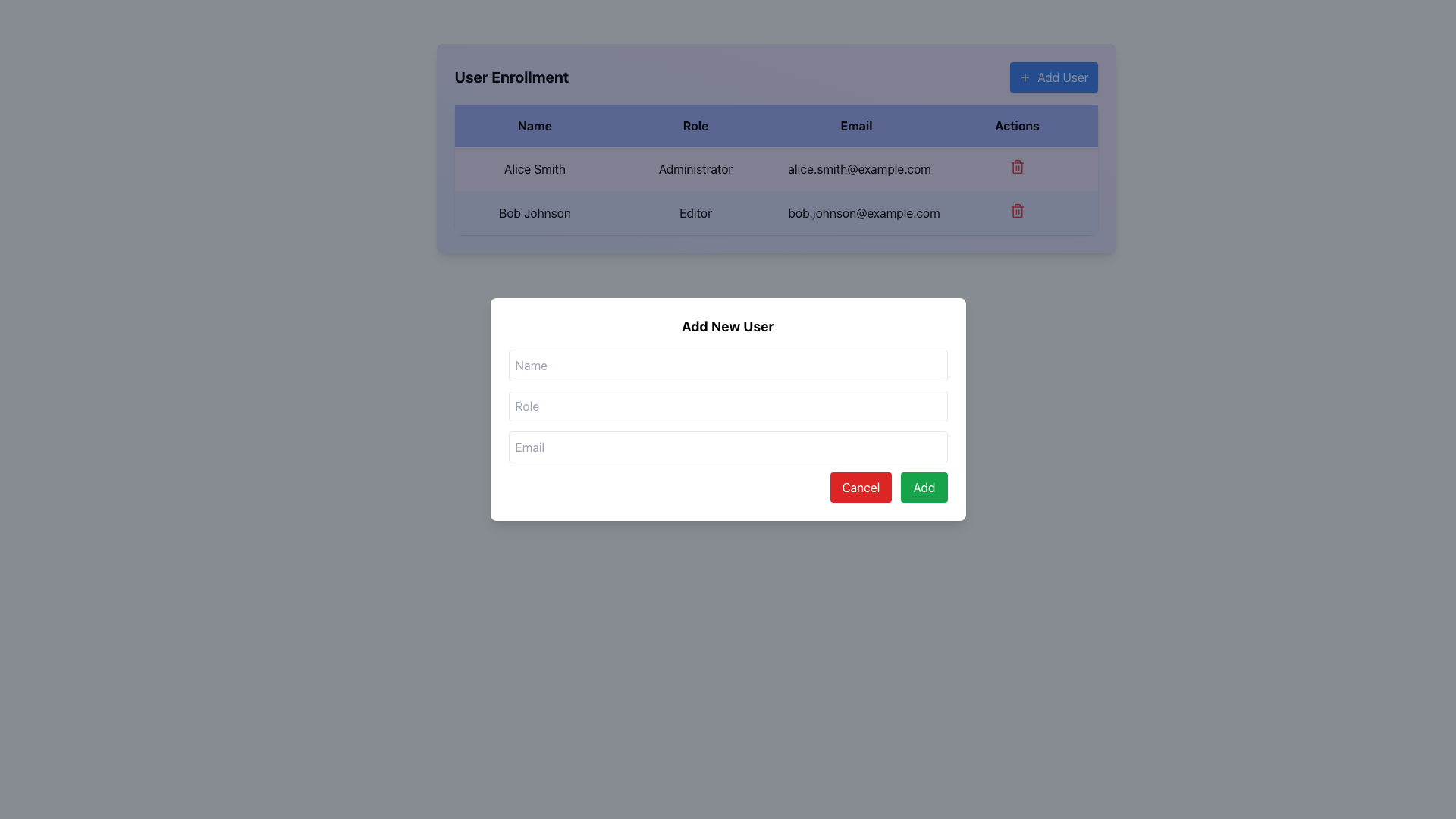 Image resolution: width=1456 pixels, height=819 pixels. Describe the element at coordinates (1017, 212) in the screenshot. I see `the trash bin icon located in the 'Actions' column of the user table, which represents the delete function for user entries` at that location.